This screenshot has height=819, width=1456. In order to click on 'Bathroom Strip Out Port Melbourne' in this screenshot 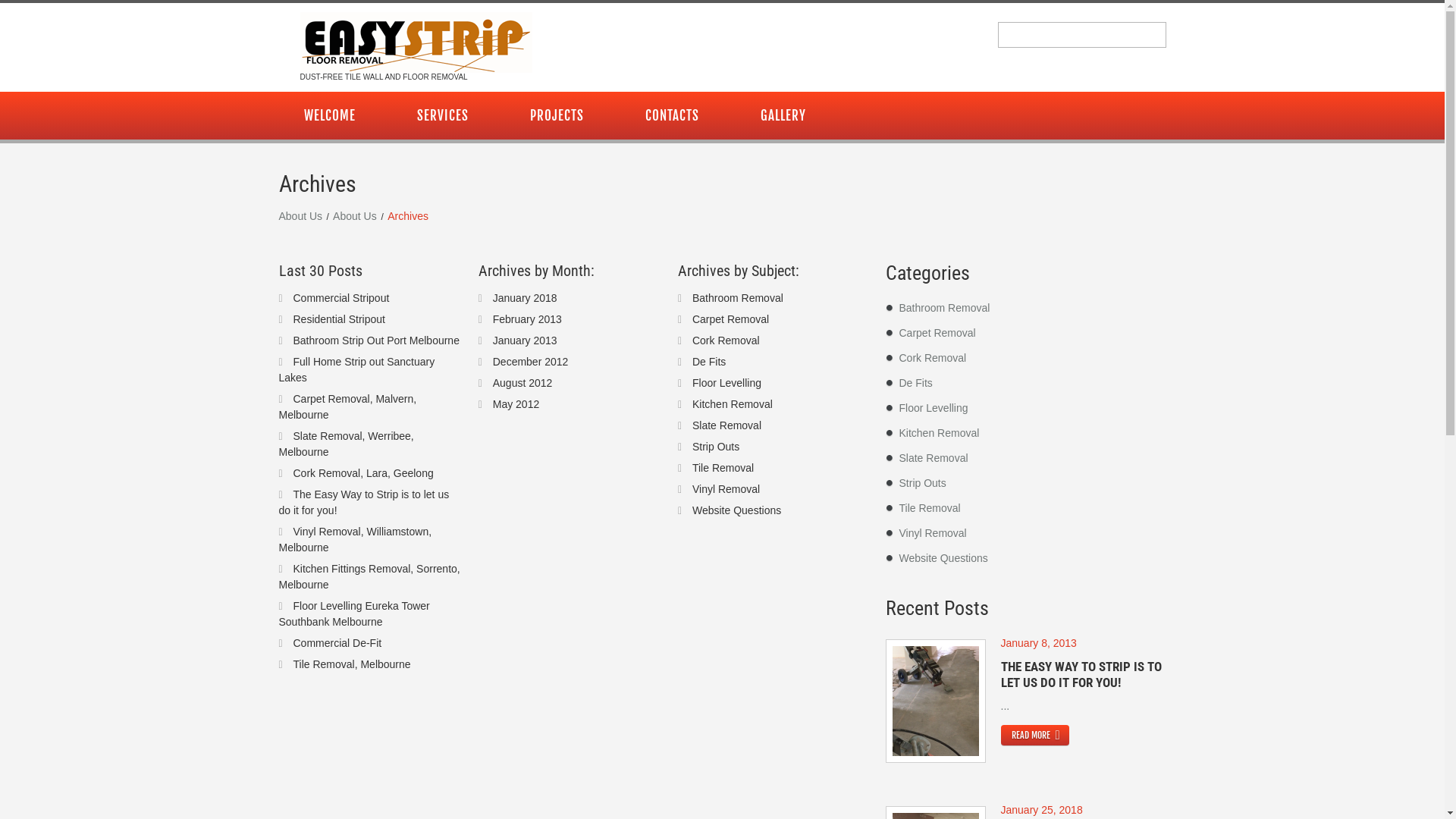, I will do `click(375, 338)`.